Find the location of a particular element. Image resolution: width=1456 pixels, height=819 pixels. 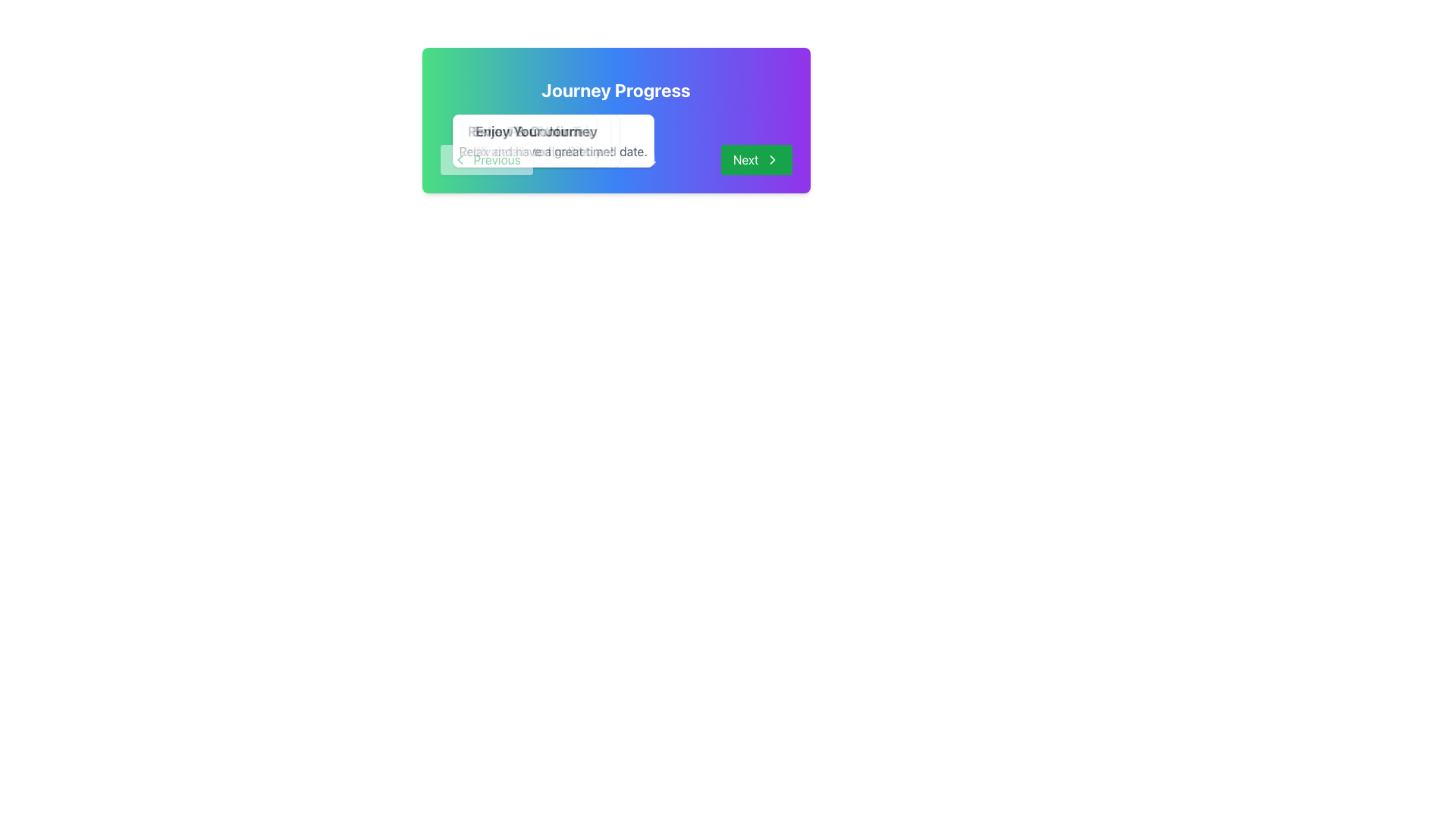

the 'Next' button, which includes a rightward-pointing chevron icon is located at coordinates (772, 160).